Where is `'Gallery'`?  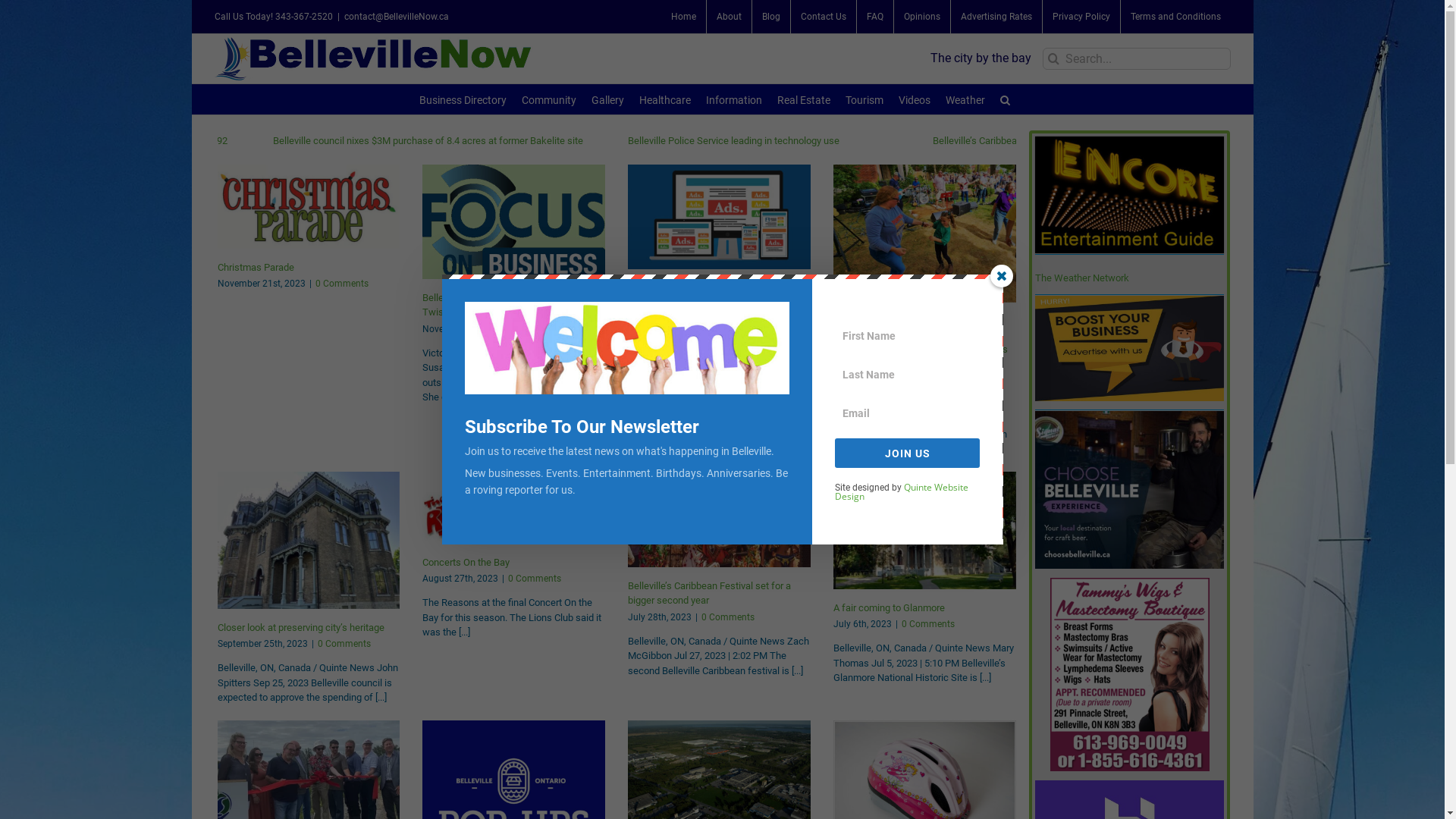
'Gallery' is located at coordinates (590, 99).